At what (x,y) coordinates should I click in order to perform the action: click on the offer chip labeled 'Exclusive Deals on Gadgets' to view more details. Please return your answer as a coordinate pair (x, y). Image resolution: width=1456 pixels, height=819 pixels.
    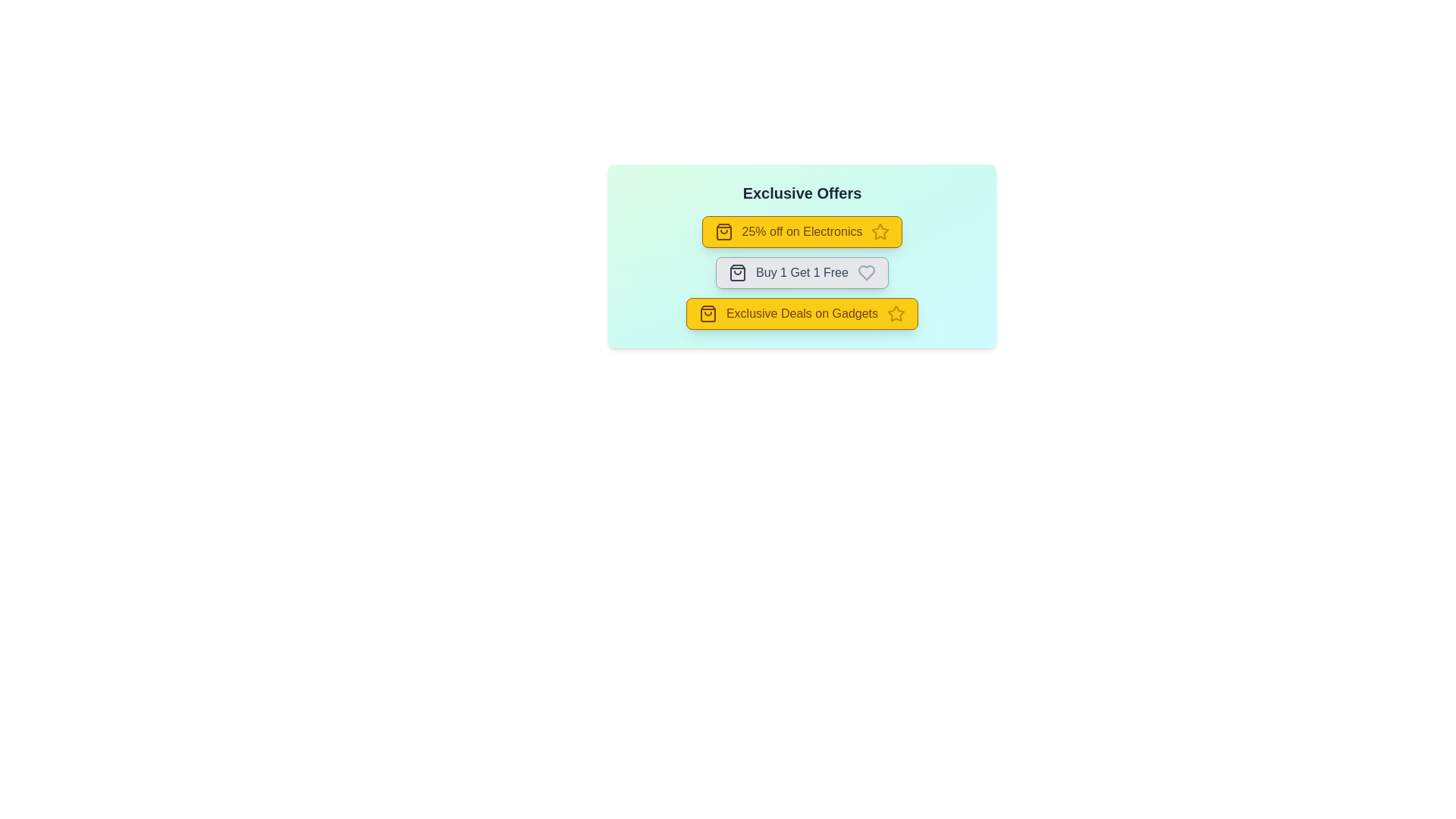
    Looking at the image, I should click on (801, 312).